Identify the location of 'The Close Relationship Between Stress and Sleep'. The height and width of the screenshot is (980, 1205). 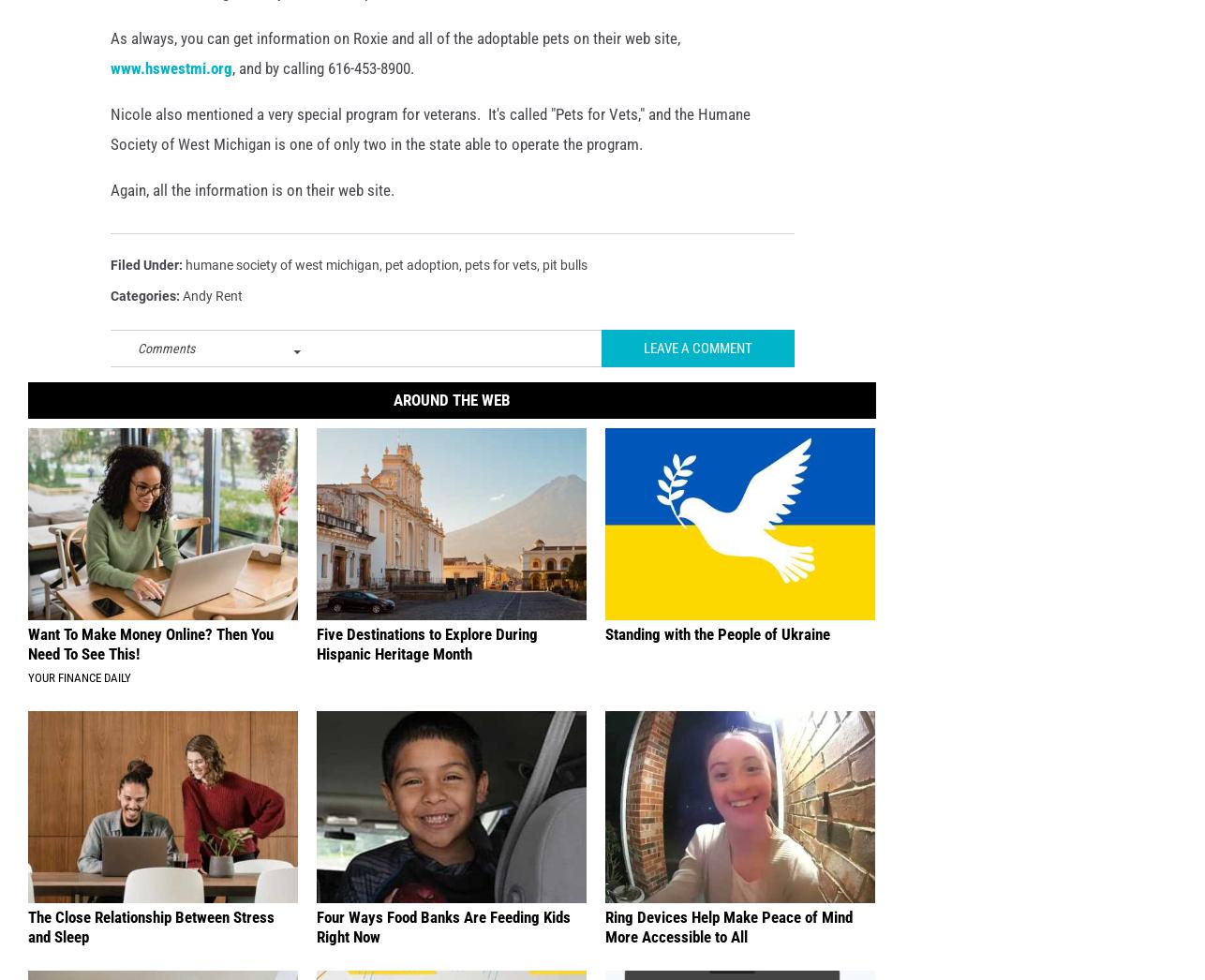
(151, 956).